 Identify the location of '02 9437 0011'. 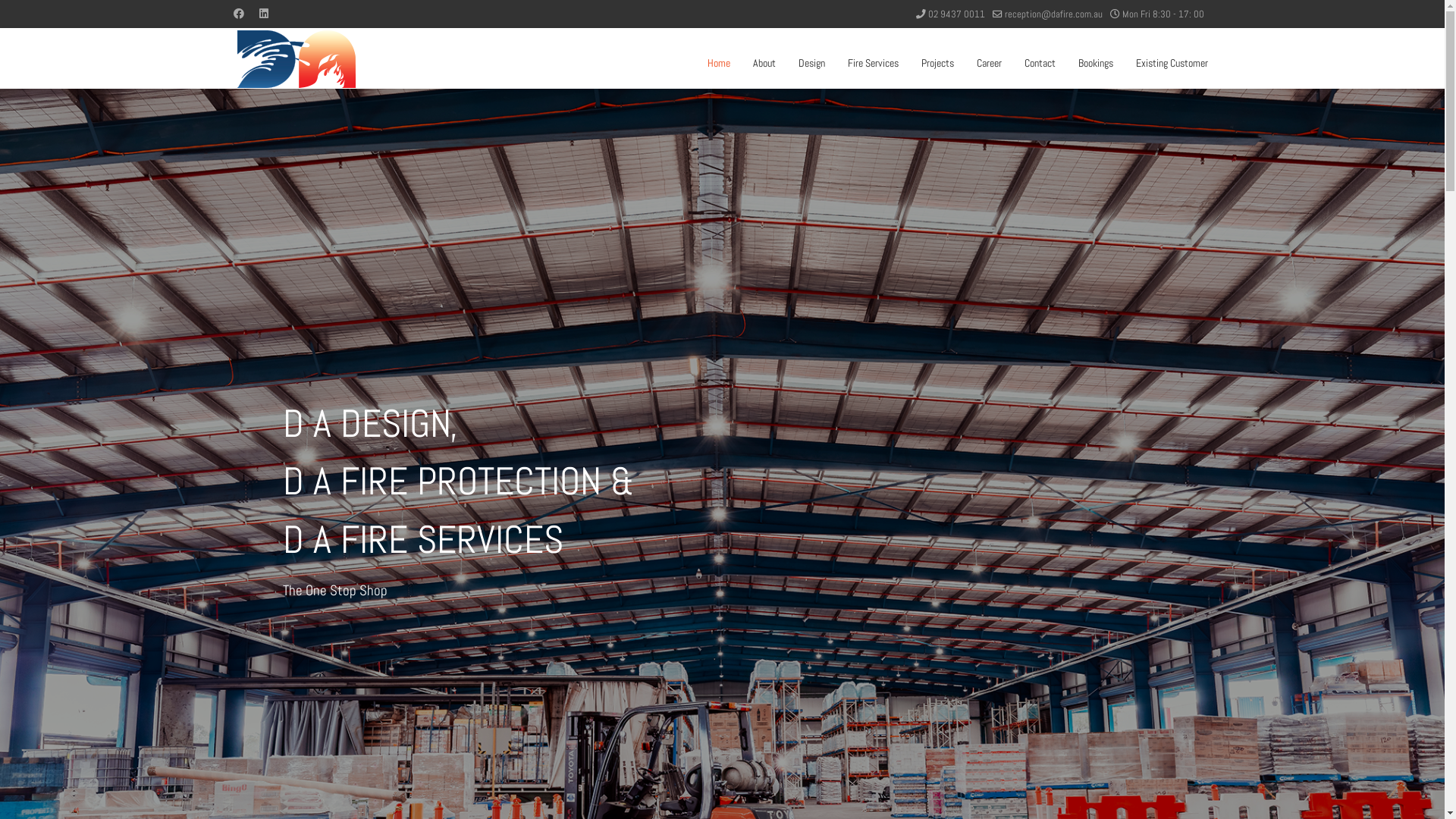
(955, 14).